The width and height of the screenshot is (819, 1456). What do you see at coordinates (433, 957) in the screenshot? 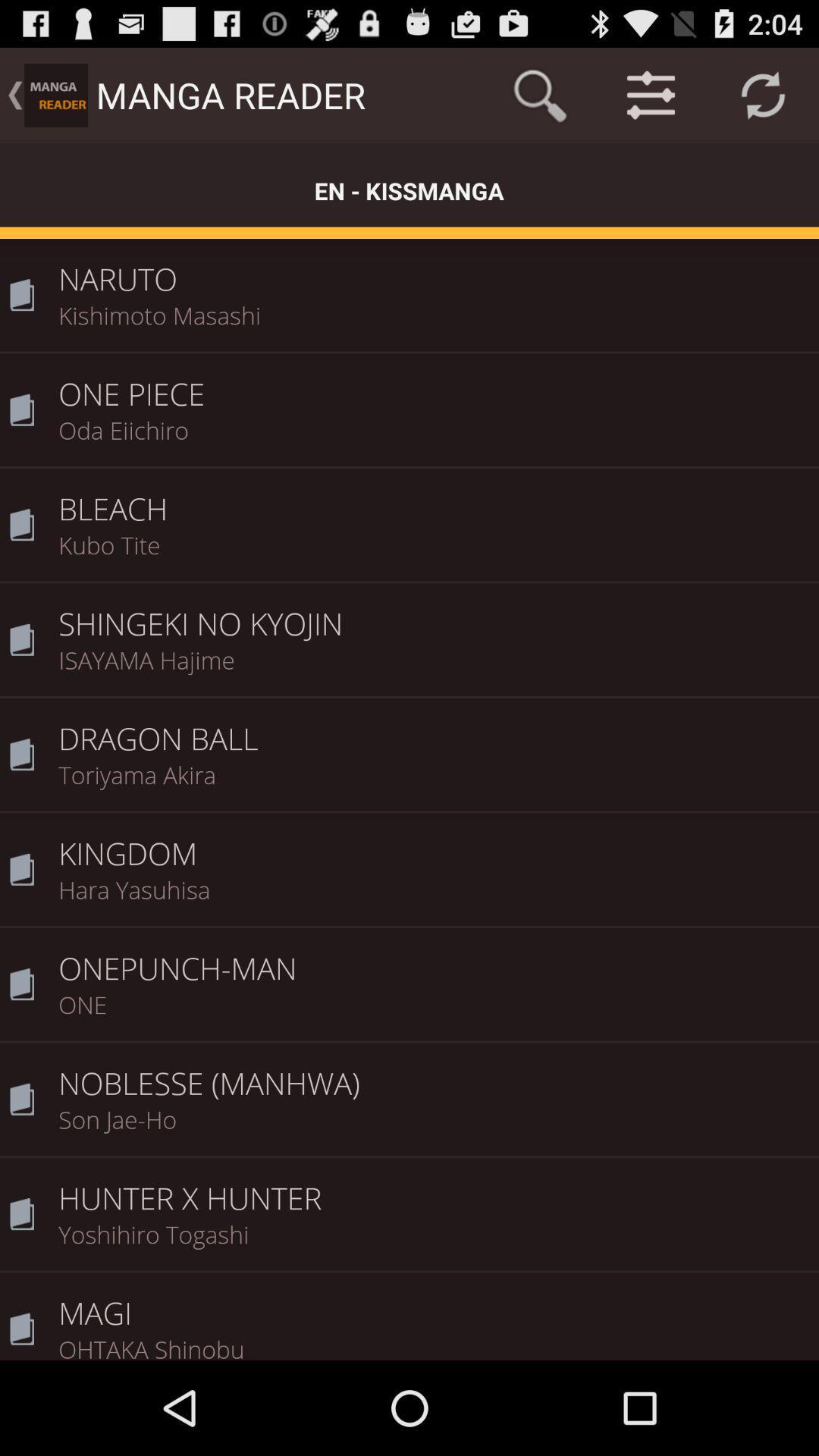
I see `onepunch-man icon` at bounding box center [433, 957].